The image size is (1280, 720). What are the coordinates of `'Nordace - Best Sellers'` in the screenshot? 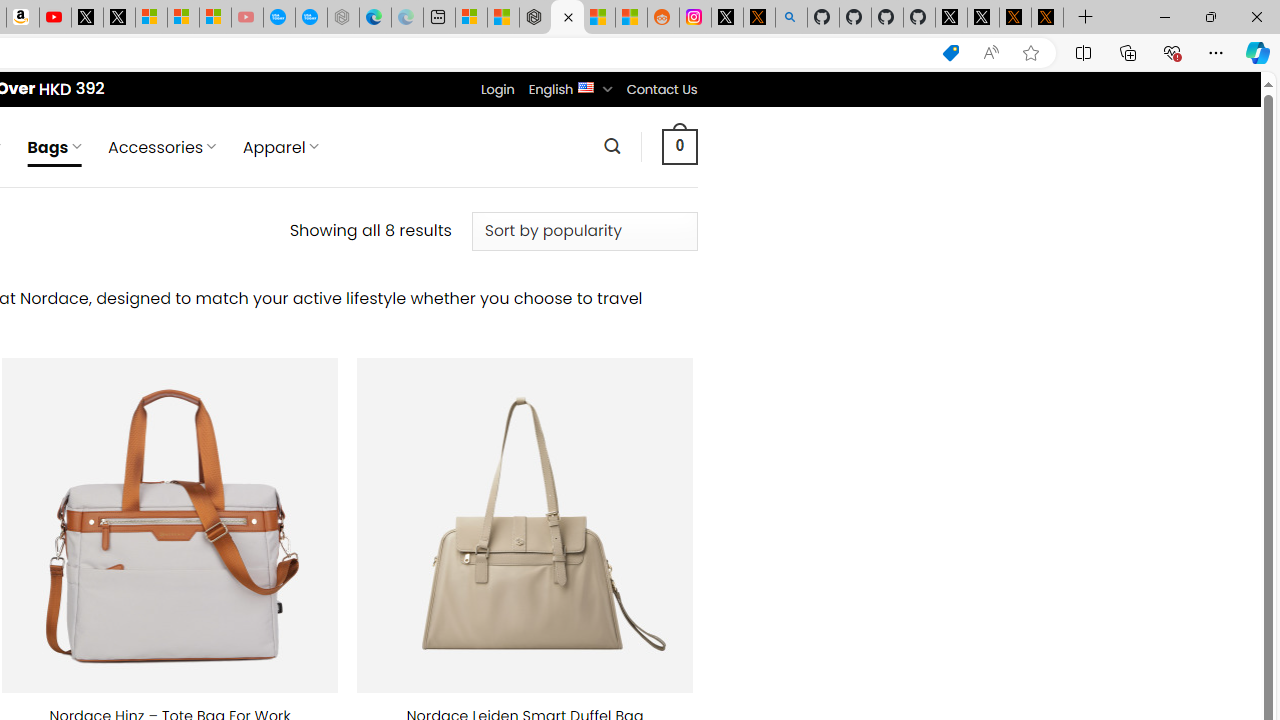 It's located at (535, 17).